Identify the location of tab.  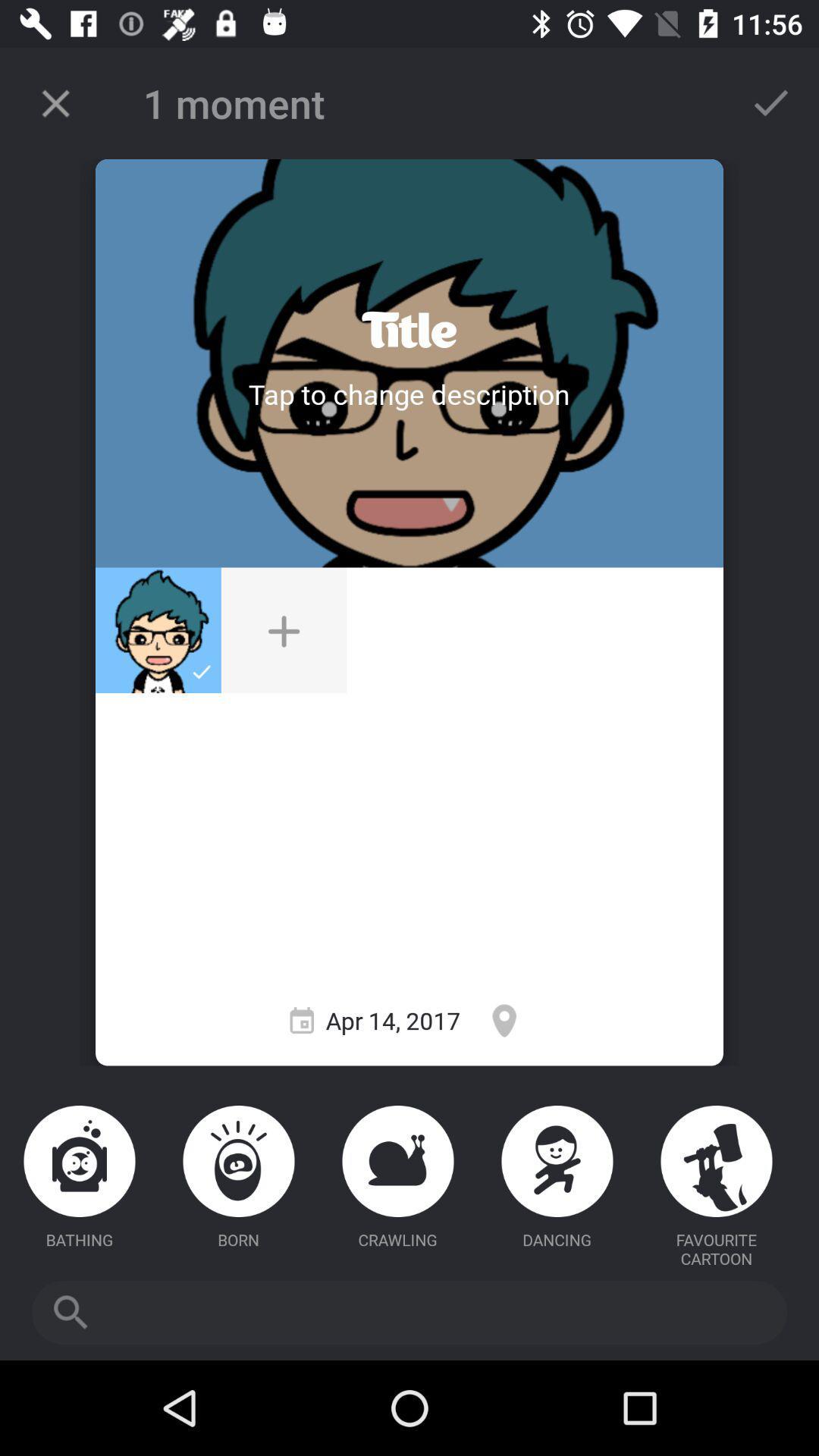
(55, 102).